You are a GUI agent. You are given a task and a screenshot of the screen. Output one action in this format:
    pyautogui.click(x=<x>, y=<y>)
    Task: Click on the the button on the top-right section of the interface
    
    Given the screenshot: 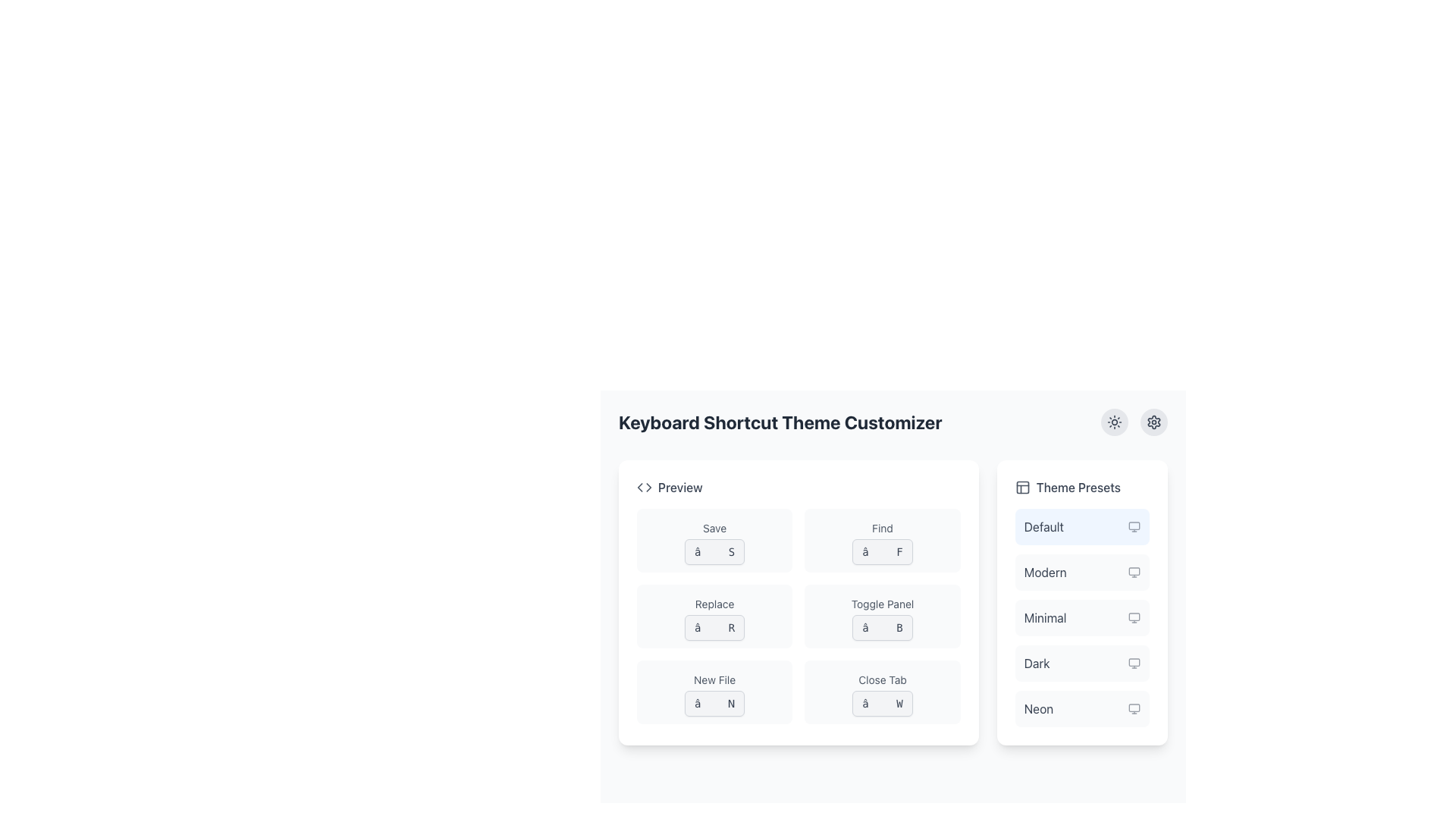 What is the action you would take?
    pyautogui.click(x=1114, y=422)
    